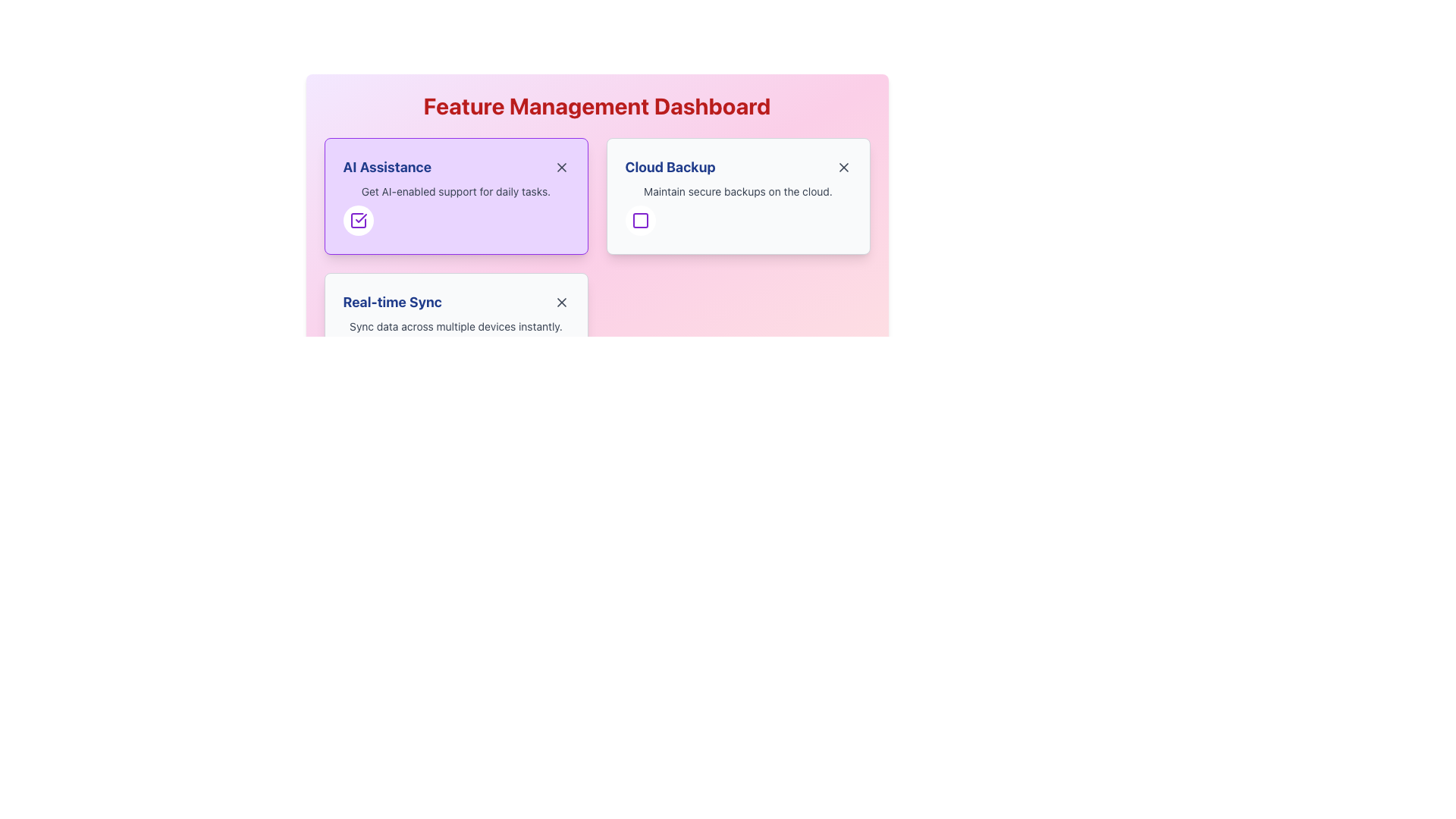 The width and height of the screenshot is (1456, 819). What do you see at coordinates (455, 191) in the screenshot?
I see `descriptive text label about the 'AI Assistance' feature located in the card under the title 'AI Assistance', positioned above the interactive toggle button` at bounding box center [455, 191].